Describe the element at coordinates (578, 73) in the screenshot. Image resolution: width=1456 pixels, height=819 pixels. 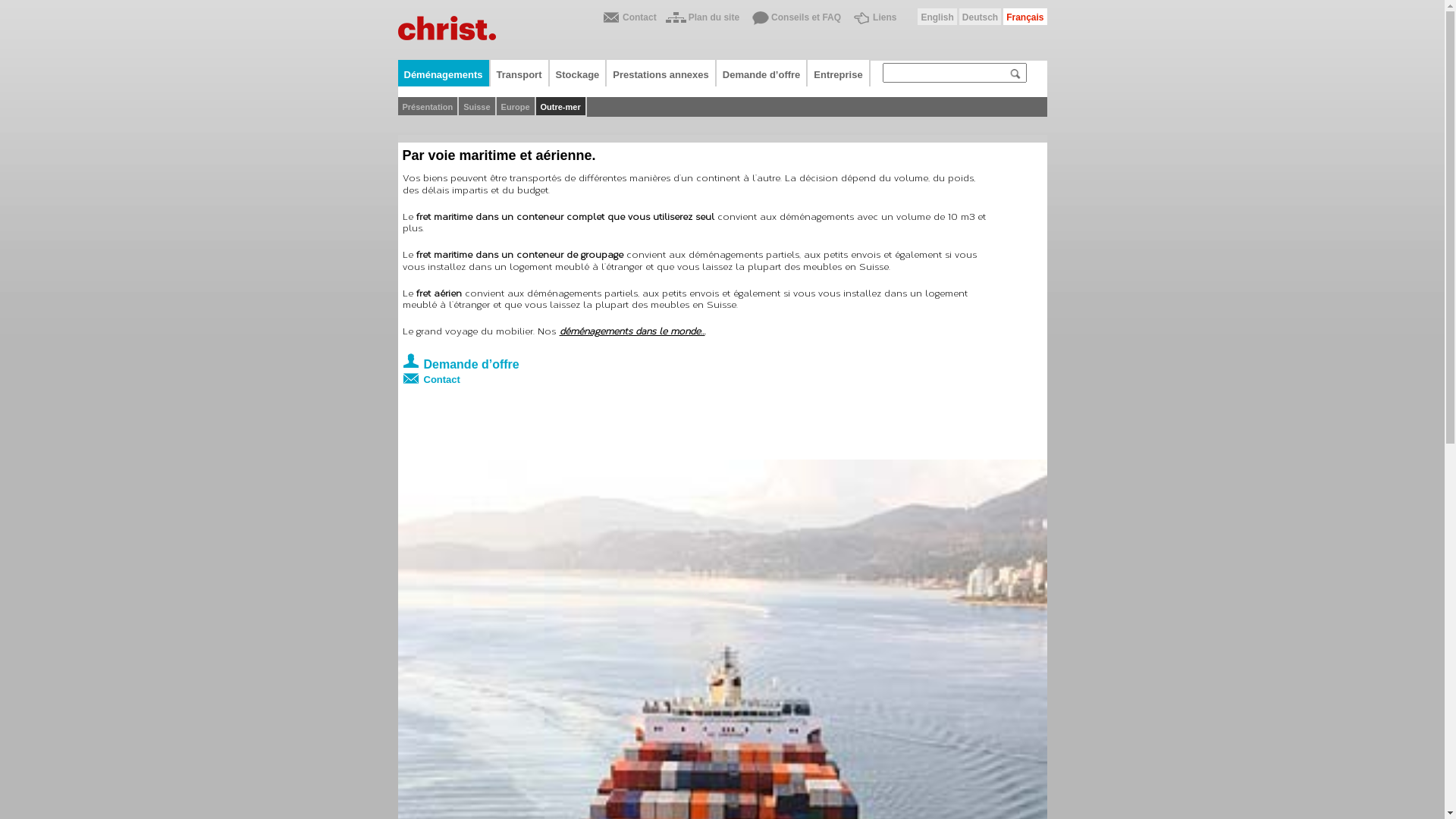
I see `'Stockage'` at that location.